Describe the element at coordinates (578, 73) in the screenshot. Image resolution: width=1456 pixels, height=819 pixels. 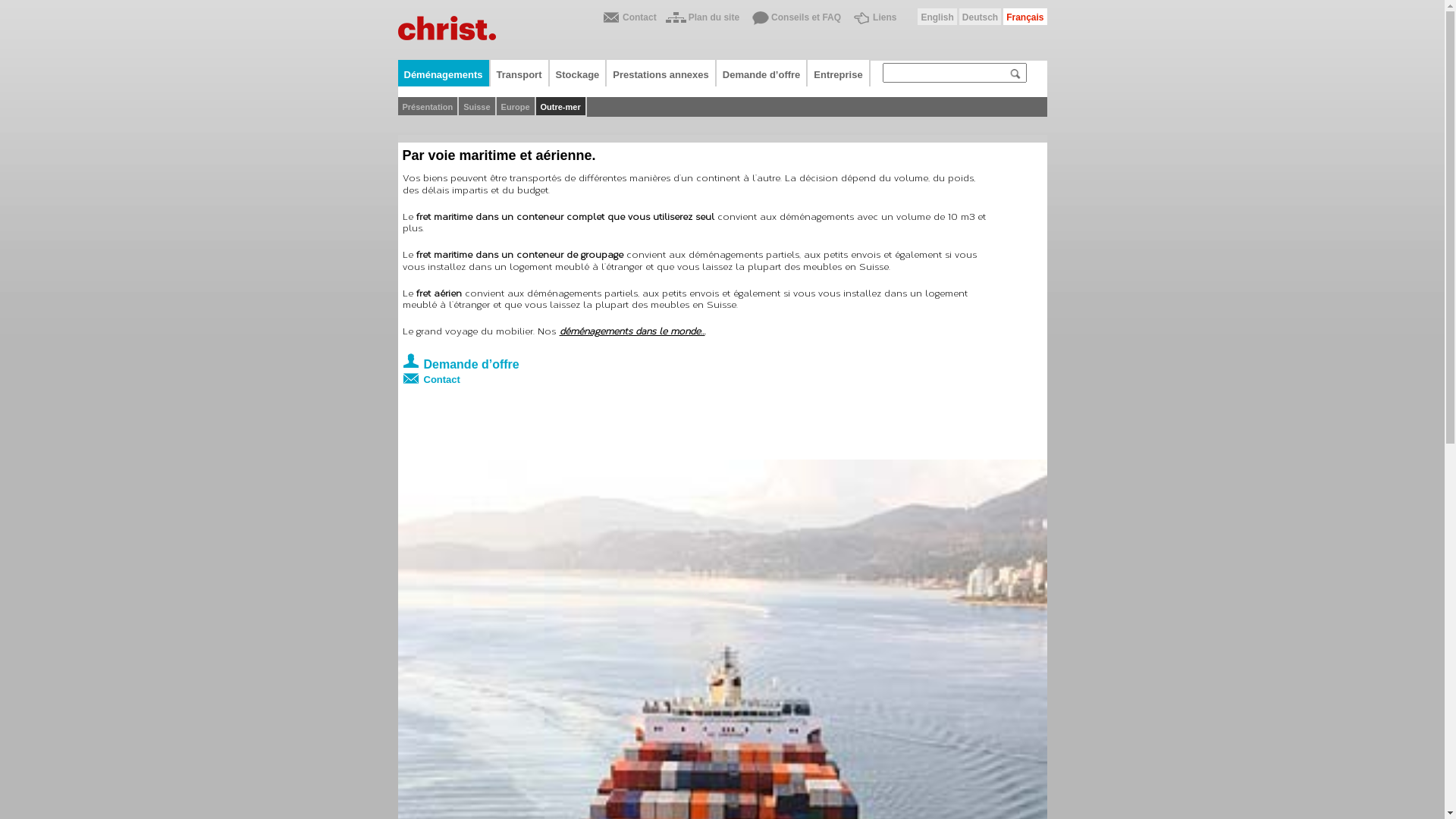
I see `'Stockage'` at that location.